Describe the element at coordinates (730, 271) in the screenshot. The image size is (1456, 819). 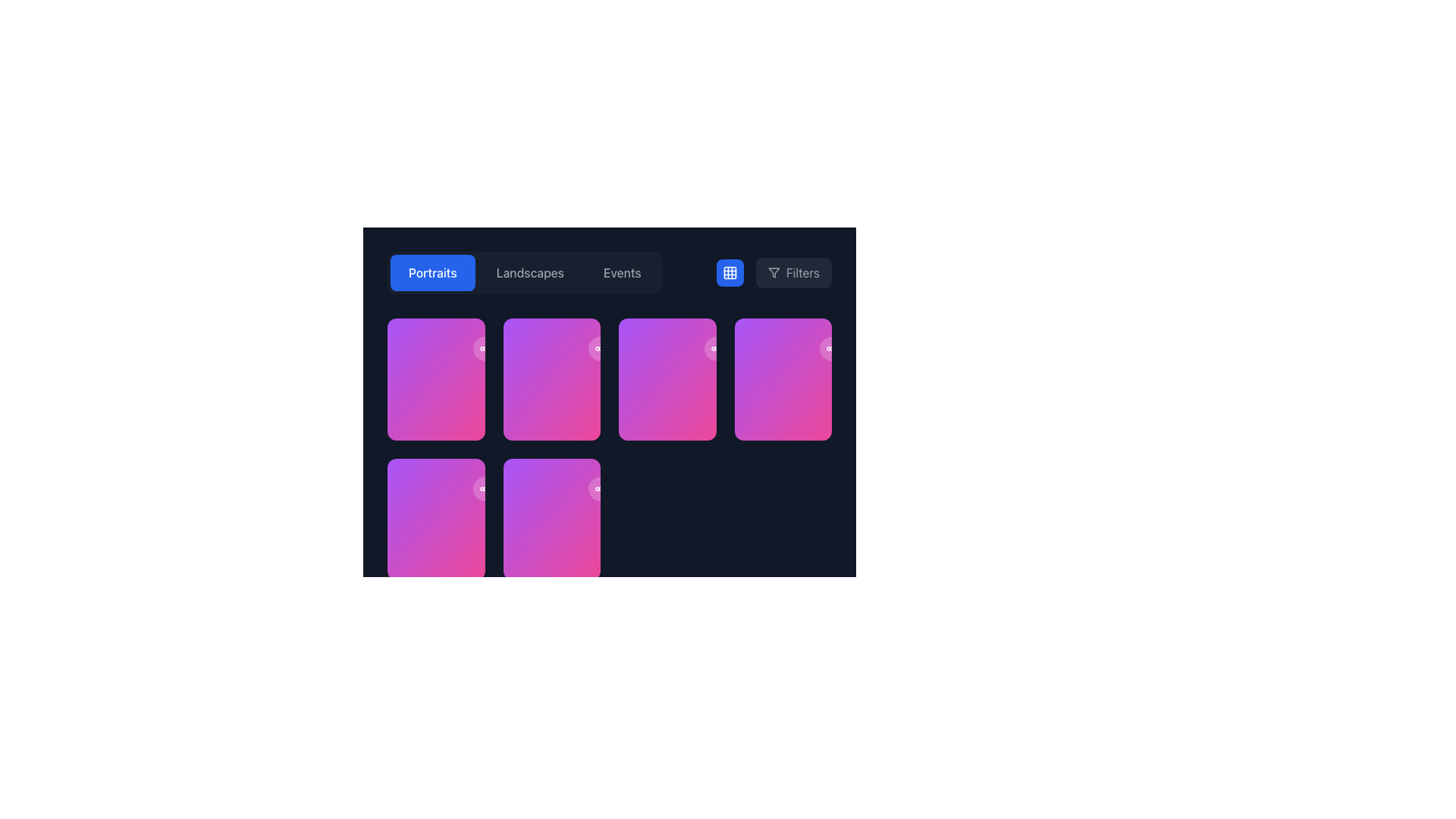
I see `the graphical element within the grid icon that represents categorization or layout adjustment functionality, located near the filter button and to the right of the category buttons 'Portraits' and 'Landscapes'` at that location.